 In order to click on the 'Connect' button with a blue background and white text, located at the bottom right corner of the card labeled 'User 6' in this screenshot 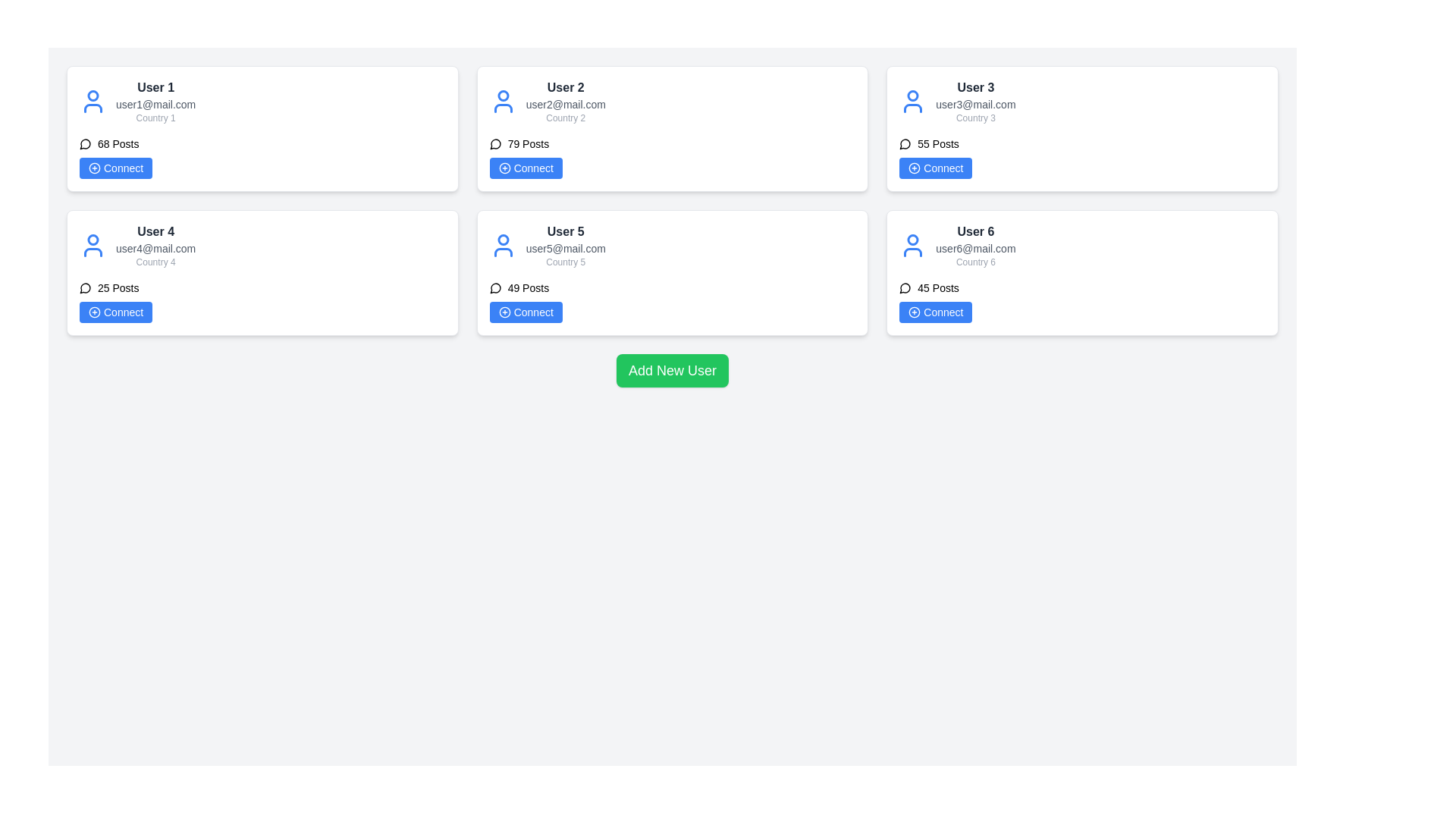, I will do `click(935, 312)`.